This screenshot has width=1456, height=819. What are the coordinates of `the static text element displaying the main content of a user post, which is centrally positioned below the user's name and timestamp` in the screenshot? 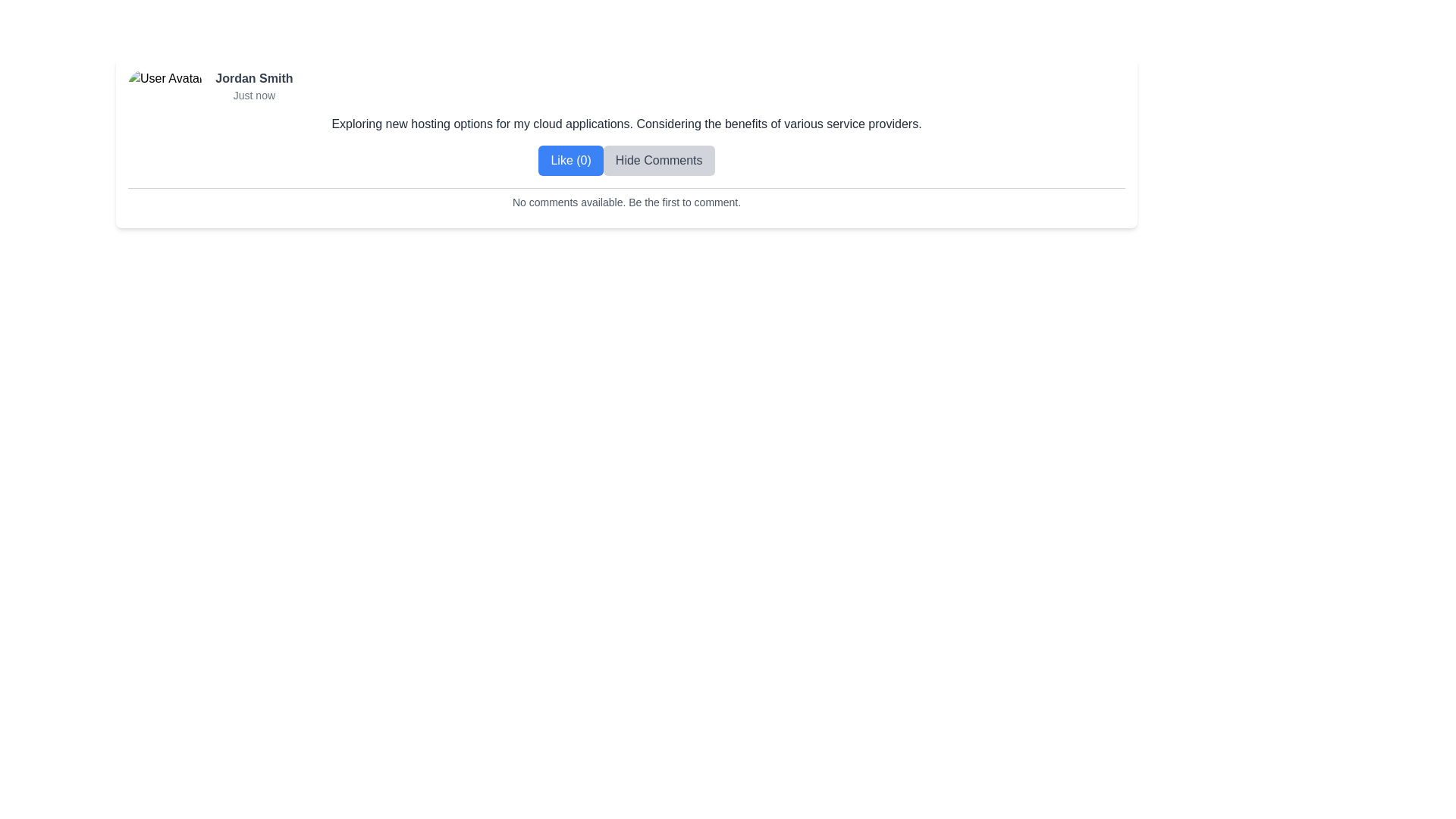 It's located at (626, 124).